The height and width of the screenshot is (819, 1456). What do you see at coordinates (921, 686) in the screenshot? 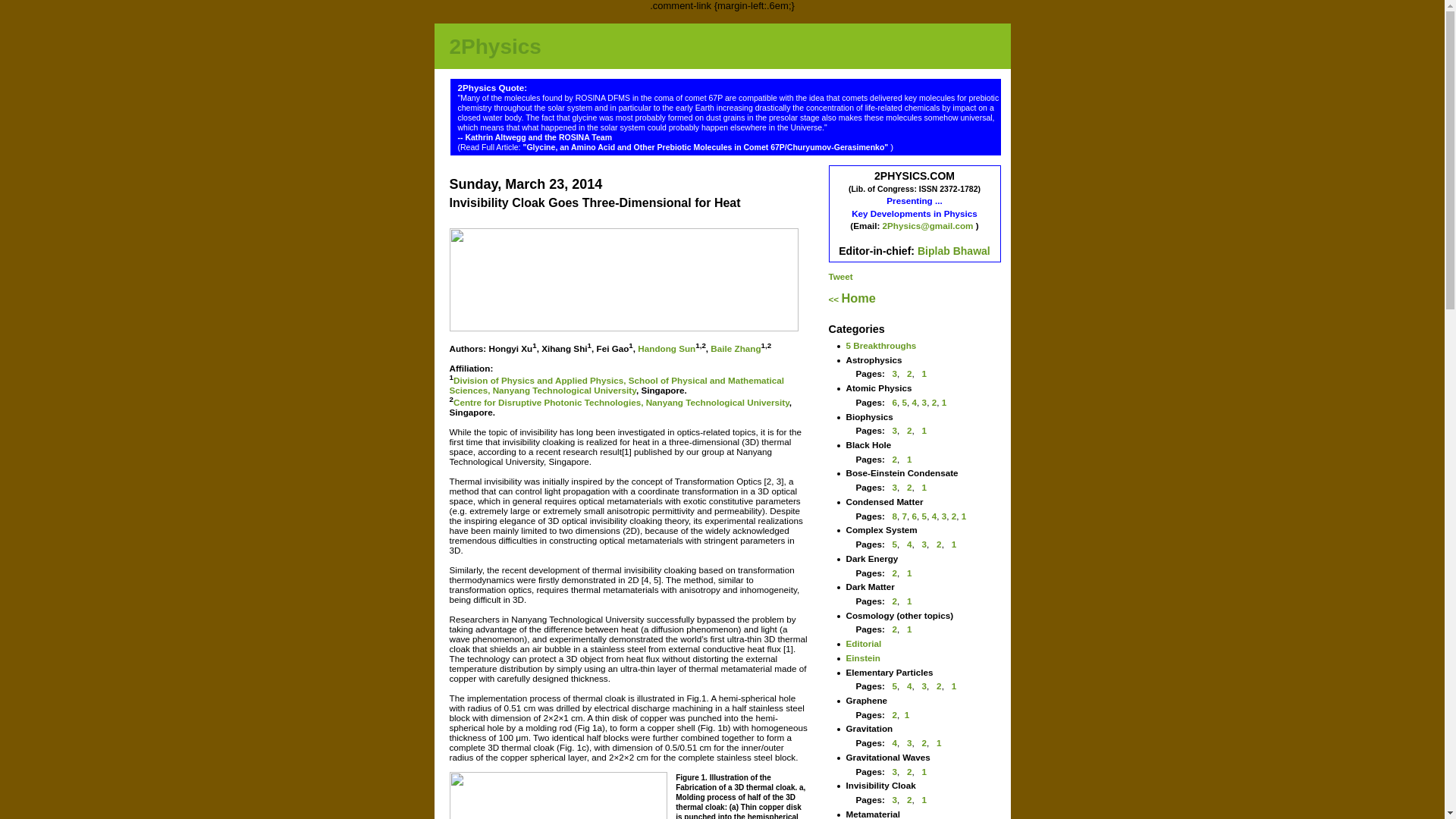
I see `'3'` at bounding box center [921, 686].